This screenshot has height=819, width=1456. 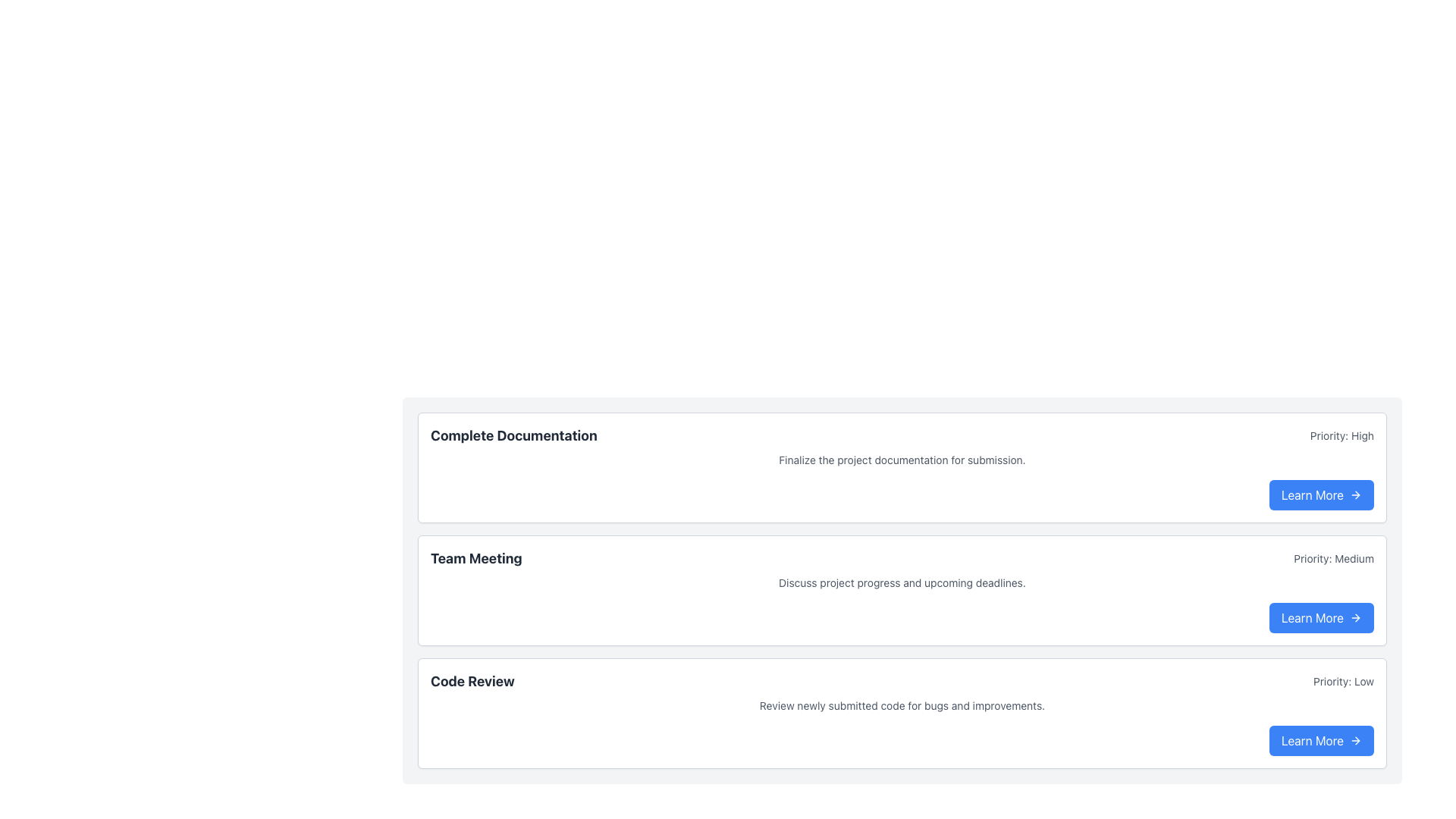 I want to click on text label indicating the priority level of the 'Team Meeting' task, located at the rightmost side of the 'Team Meeting' section, so click(x=1333, y=558).